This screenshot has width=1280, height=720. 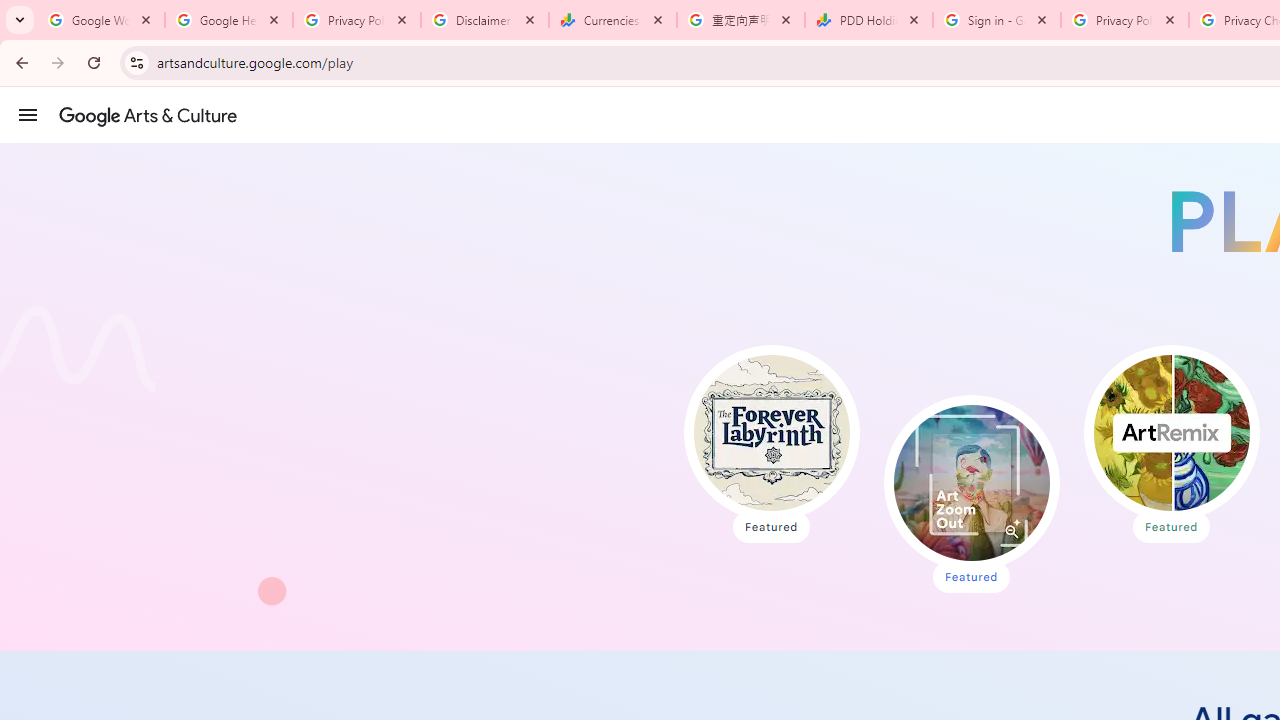 What do you see at coordinates (612, 20) in the screenshot?
I see `'Currencies - Google Finance'` at bounding box center [612, 20].